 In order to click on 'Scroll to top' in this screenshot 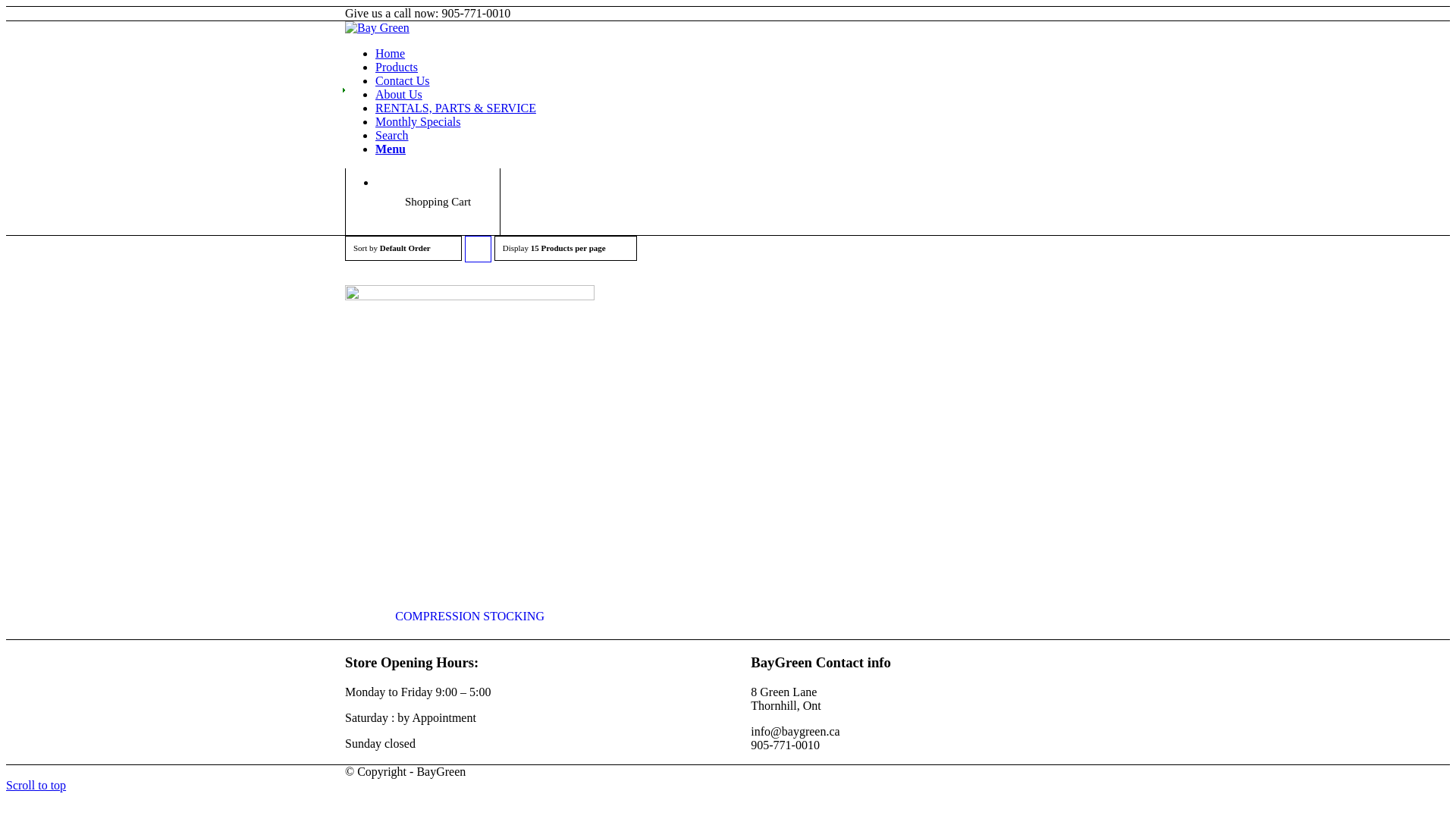, I will do `click(36, 785)`.